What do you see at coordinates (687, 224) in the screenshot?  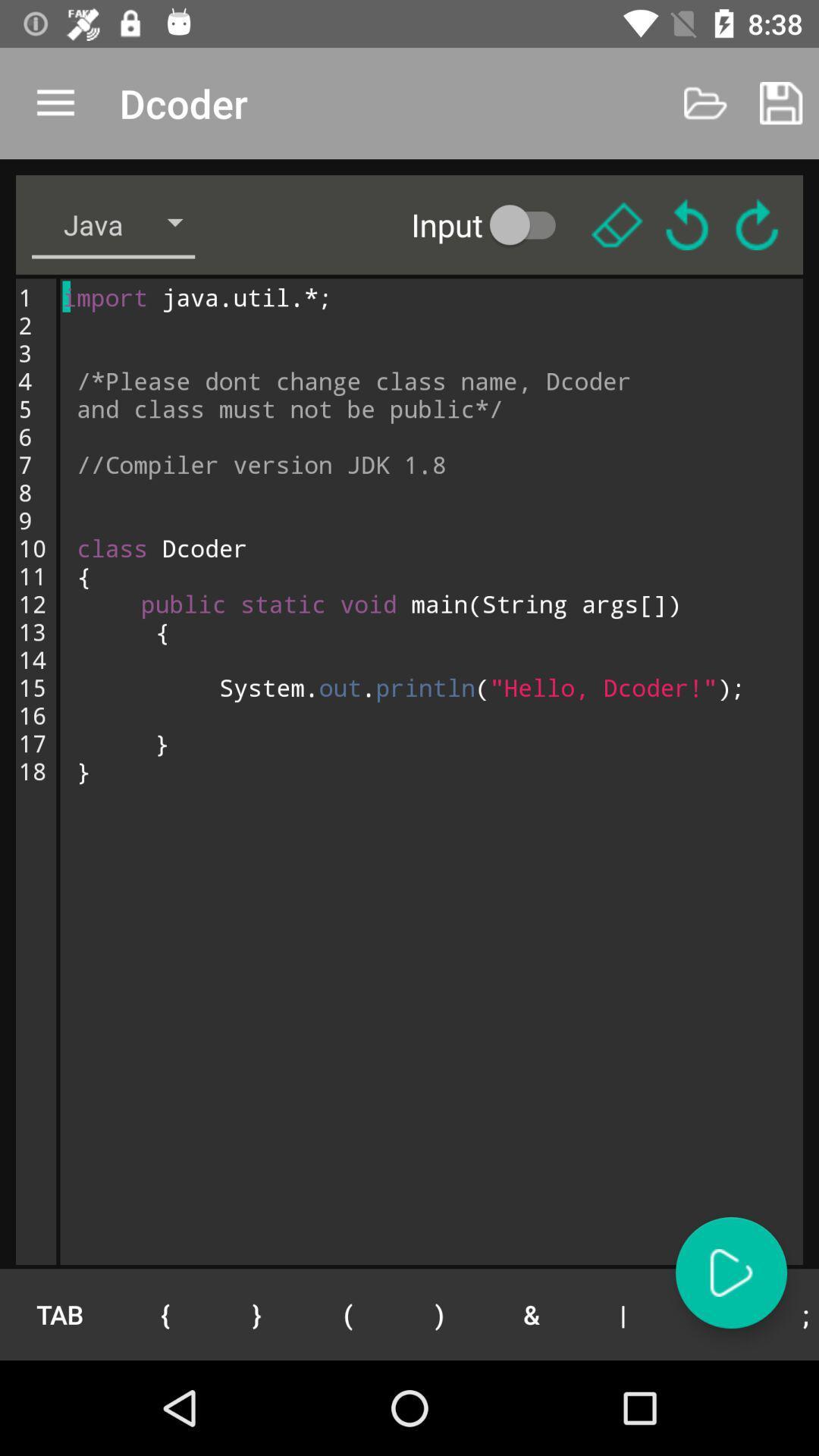 I see `previous` at bounding box center [687, 224].